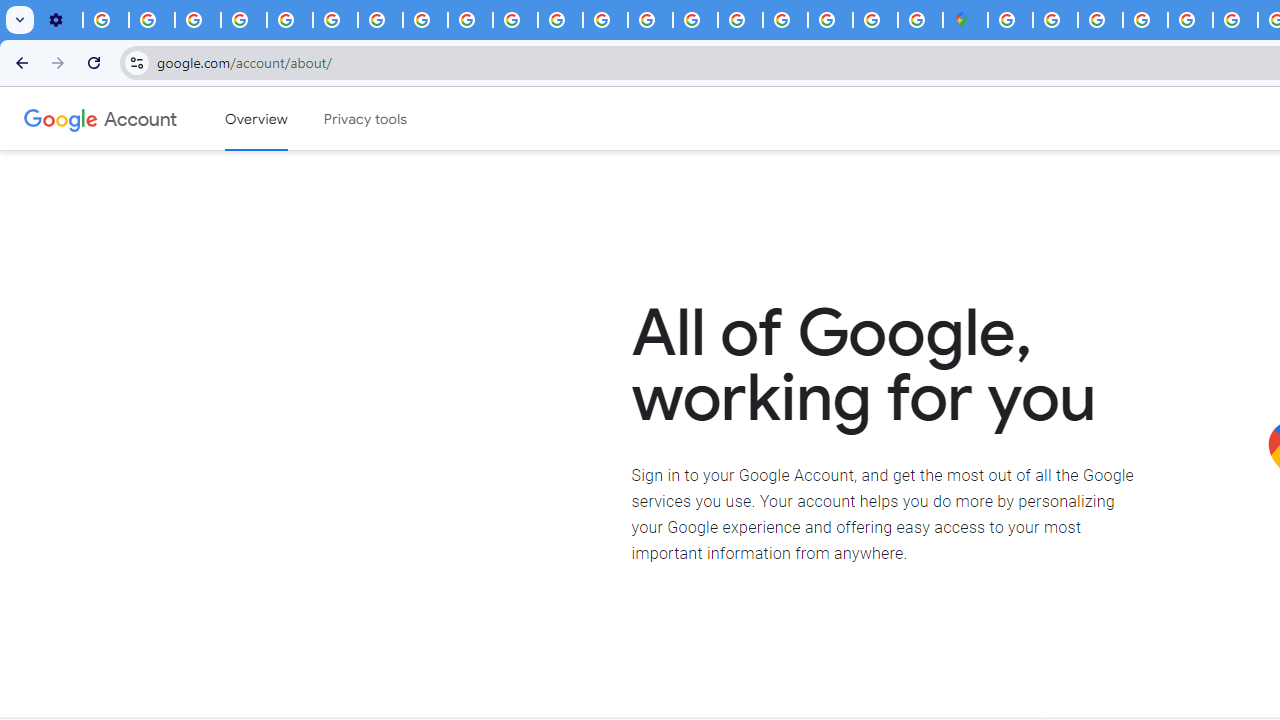 This screenshot has width=1280, height=720. Describe the element at coordinates (135, 61) in the screenshot. I see `'View site information'` at that location.